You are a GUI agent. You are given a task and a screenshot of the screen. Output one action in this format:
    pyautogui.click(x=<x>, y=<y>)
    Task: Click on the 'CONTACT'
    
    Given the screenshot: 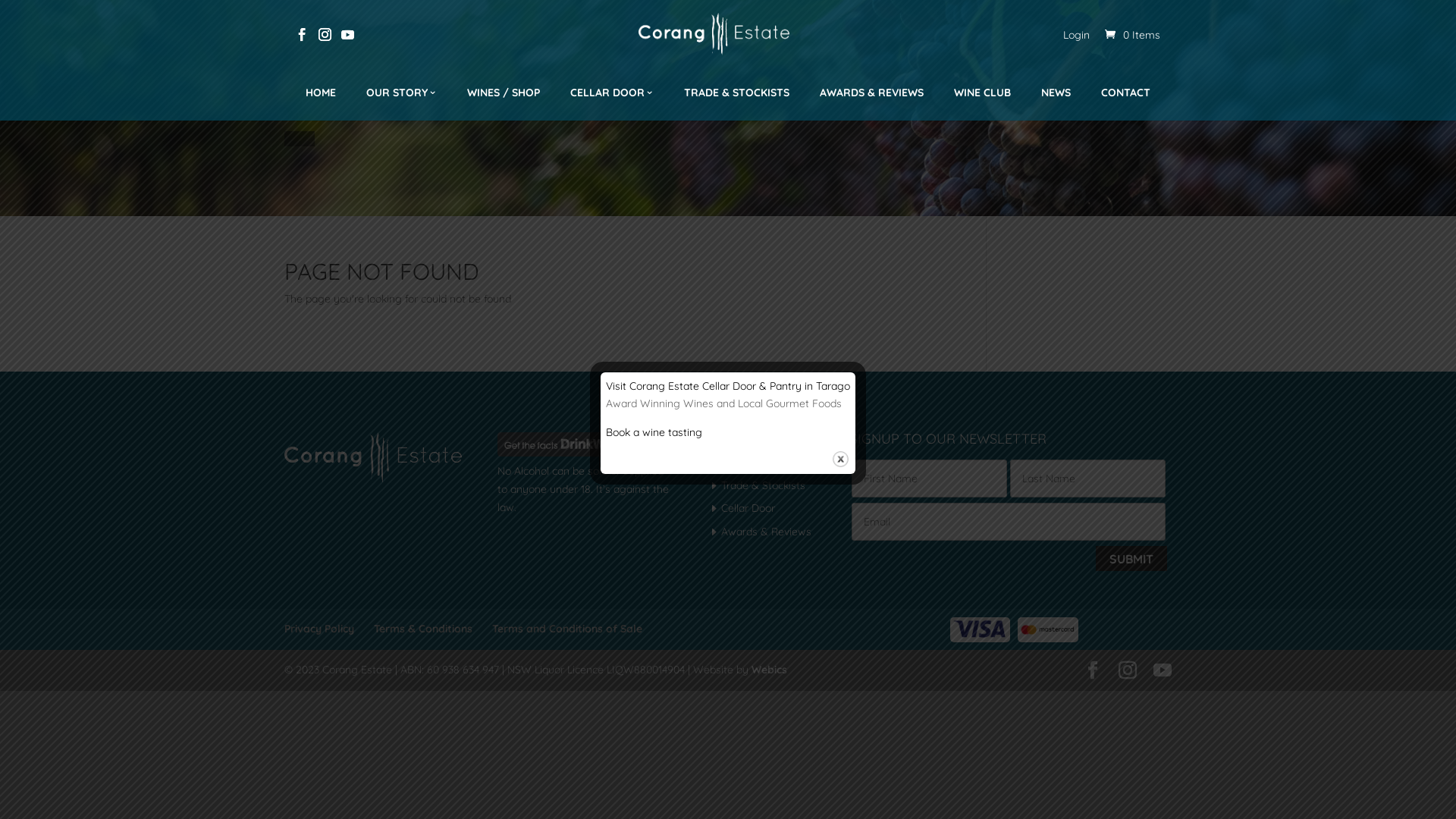 What is the action you would take?
    pyautogui.click(x=1125, y=93)
    